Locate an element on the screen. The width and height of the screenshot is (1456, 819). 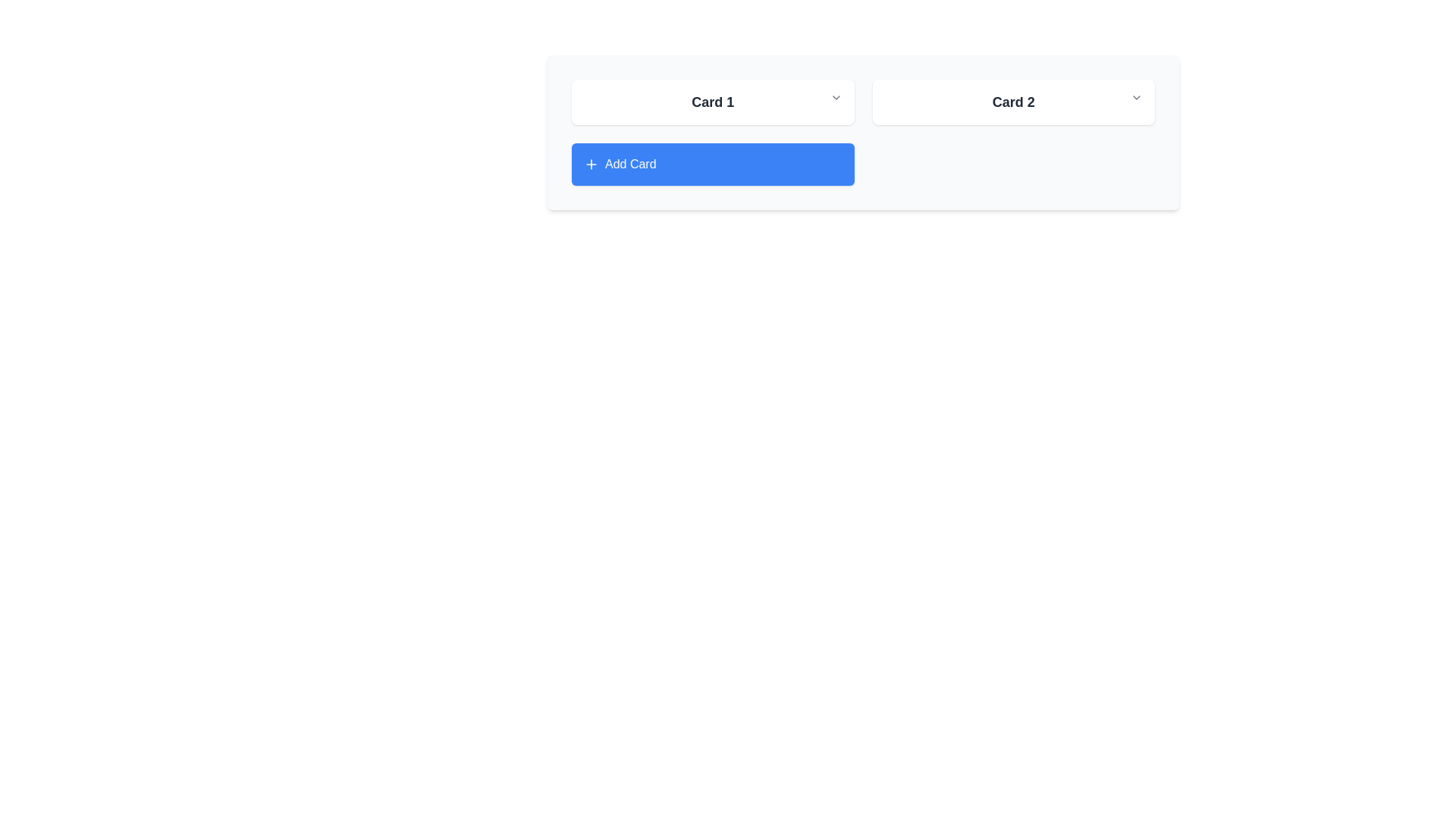
the interactive button with a downward-facing gray arrow icon in the top-right corner of 'Card 2' is located at coordinates (1136, 97).